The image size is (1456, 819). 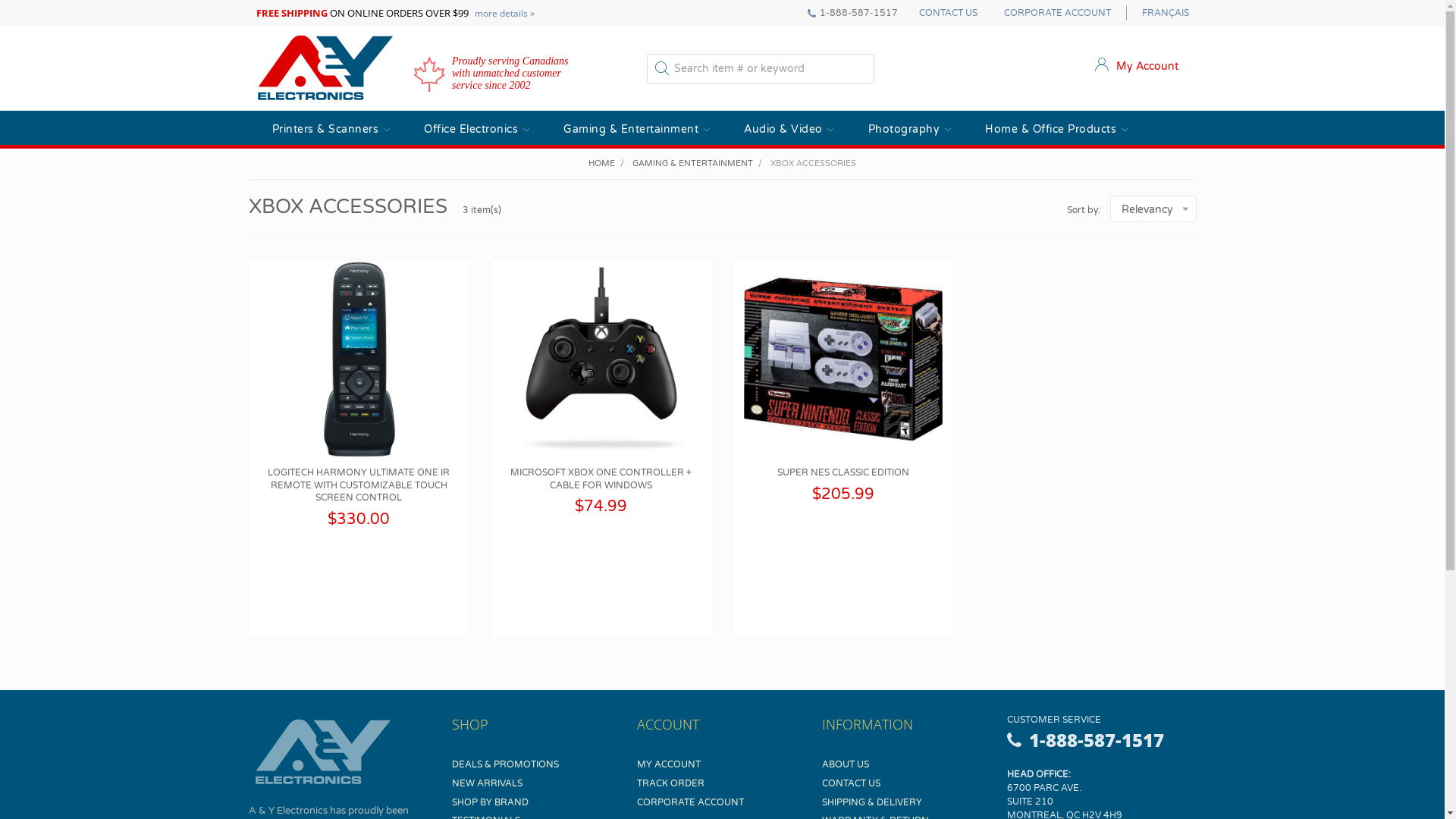 I want to click on 'My Account', so click(x=1079, y=65).